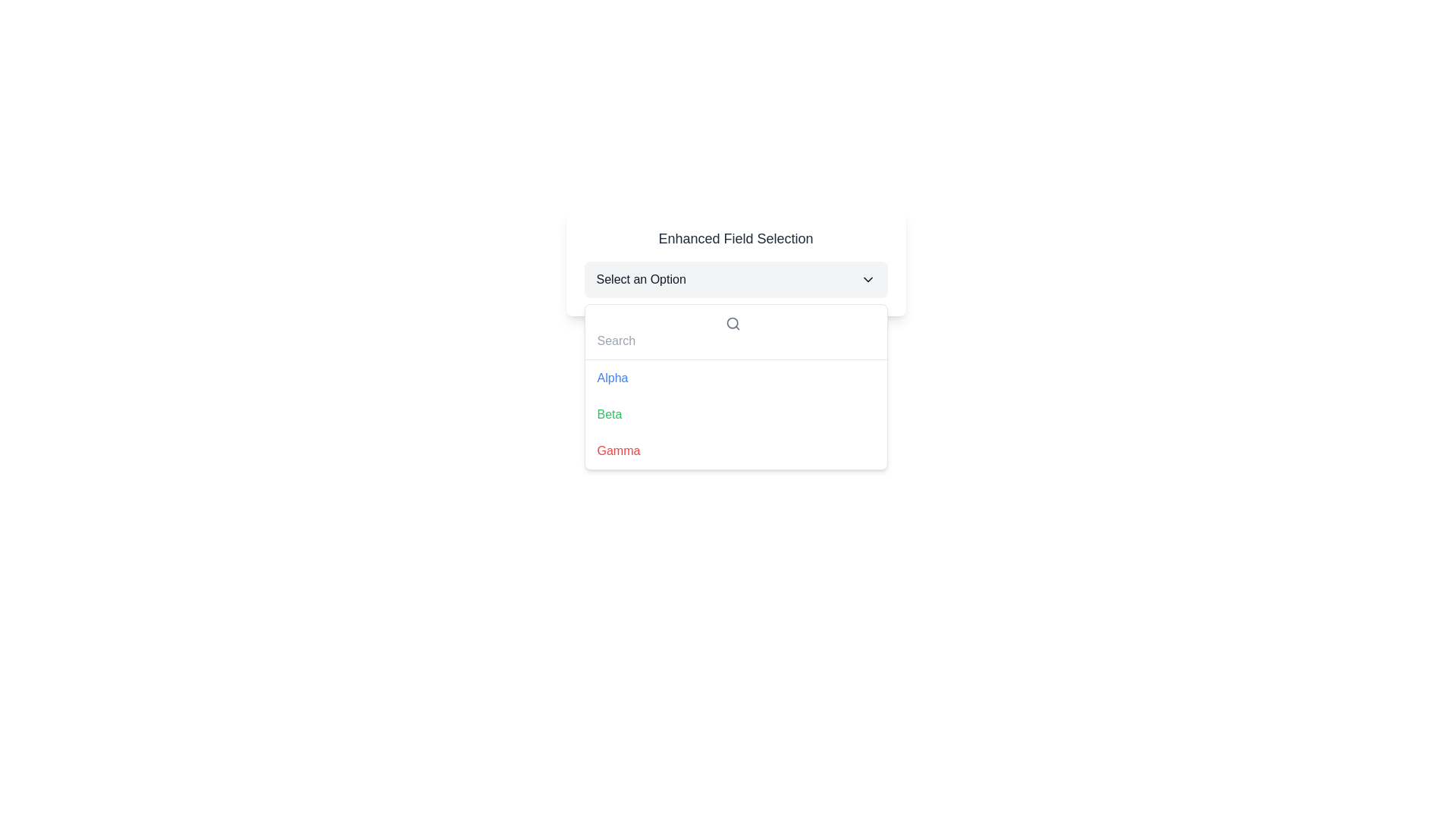 The height and width of the screenshot is (819, 1456). I want to click on the search icon located to the right of the text input field in the dropdown menu under 'Enhanced Field Selection.', so click(736, 331).